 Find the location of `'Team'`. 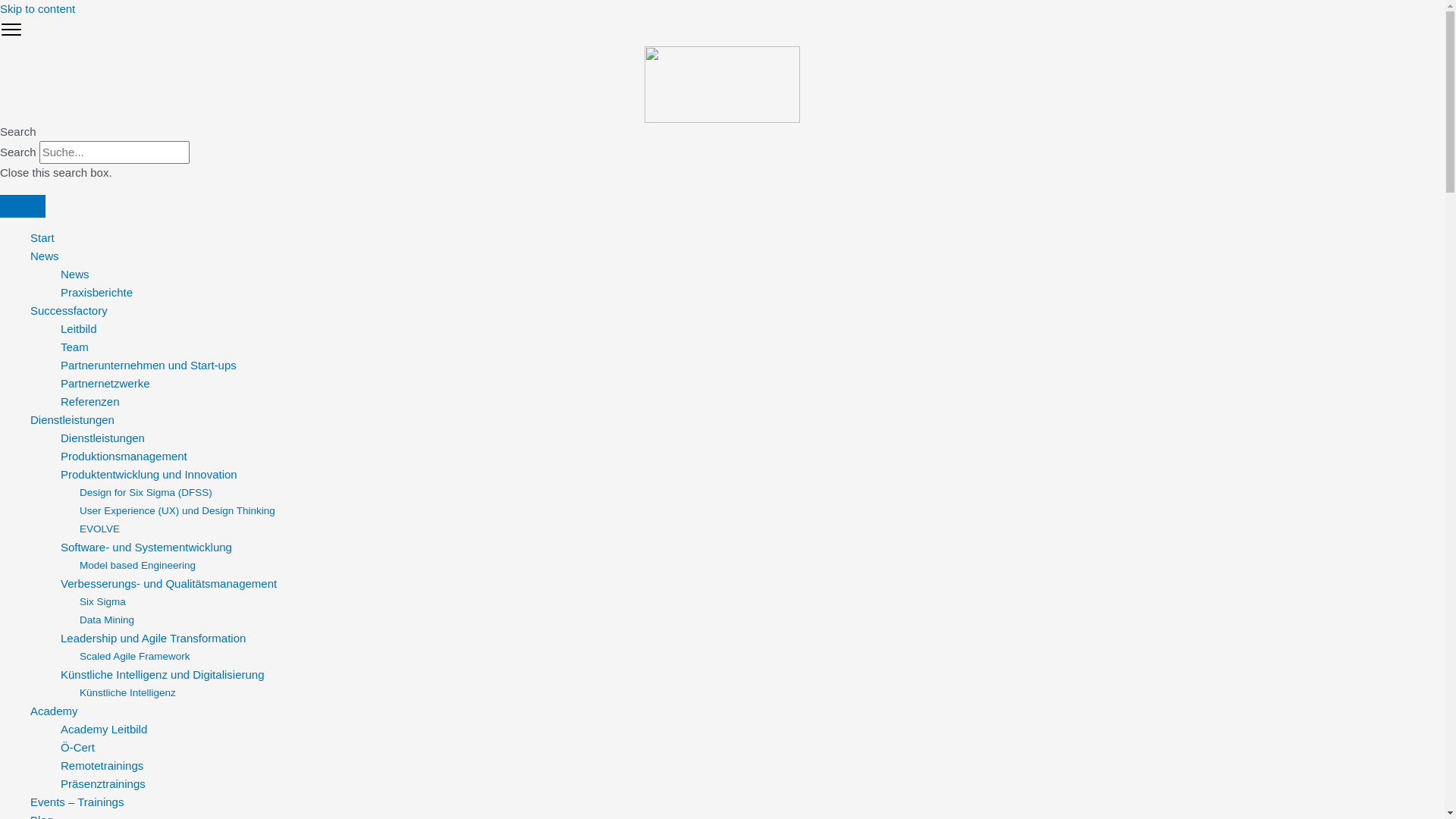

'Team' is located at coordinates (74, 347).